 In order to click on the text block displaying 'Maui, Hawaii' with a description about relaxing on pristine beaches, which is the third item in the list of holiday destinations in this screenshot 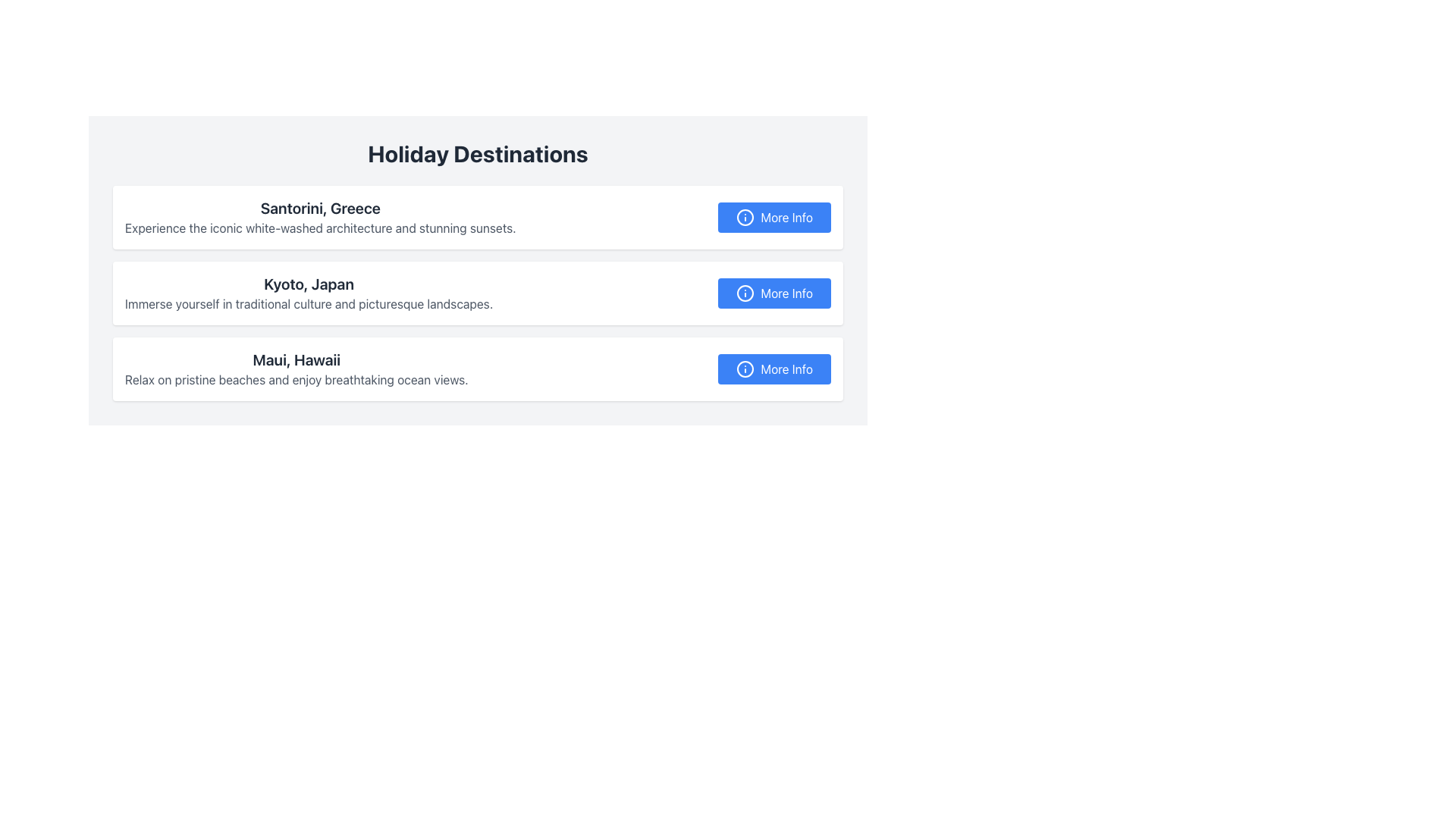, I will do `click(297, 369)`.